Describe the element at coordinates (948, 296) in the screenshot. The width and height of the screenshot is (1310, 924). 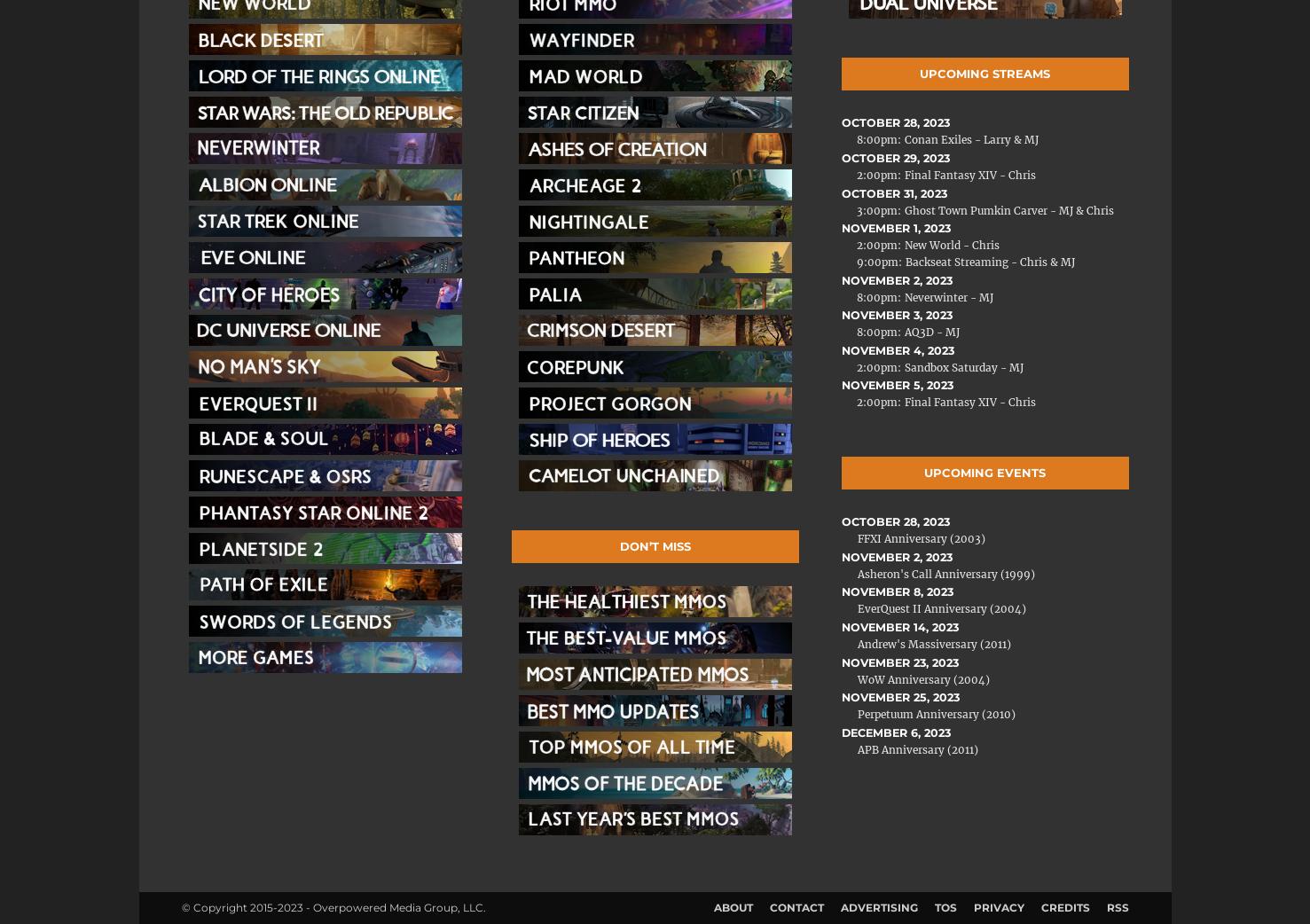
I see `'Neverwinter - MJ'` at that location.